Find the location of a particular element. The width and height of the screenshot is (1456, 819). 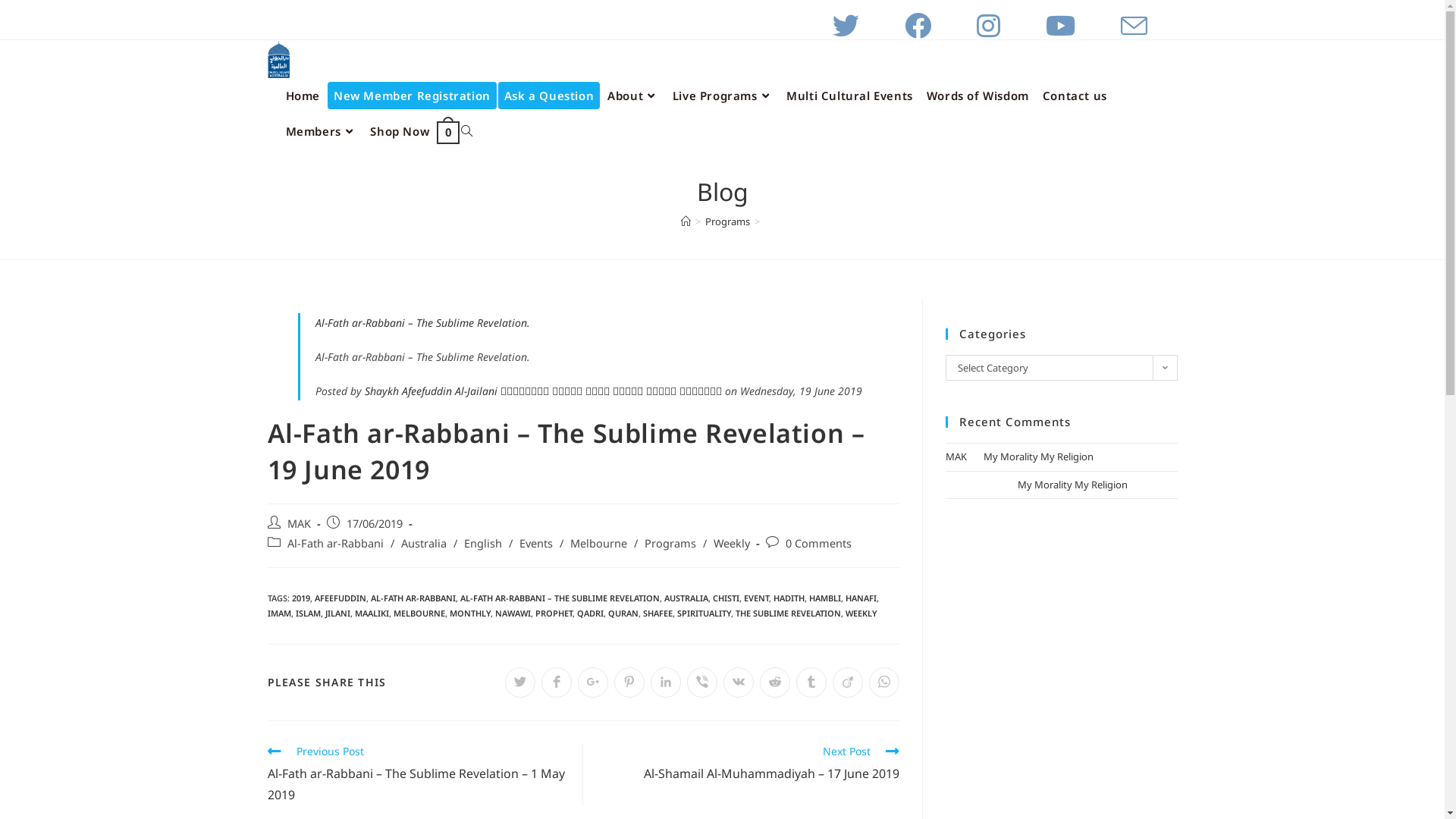

'2019' is located at coordinates (300, 597).